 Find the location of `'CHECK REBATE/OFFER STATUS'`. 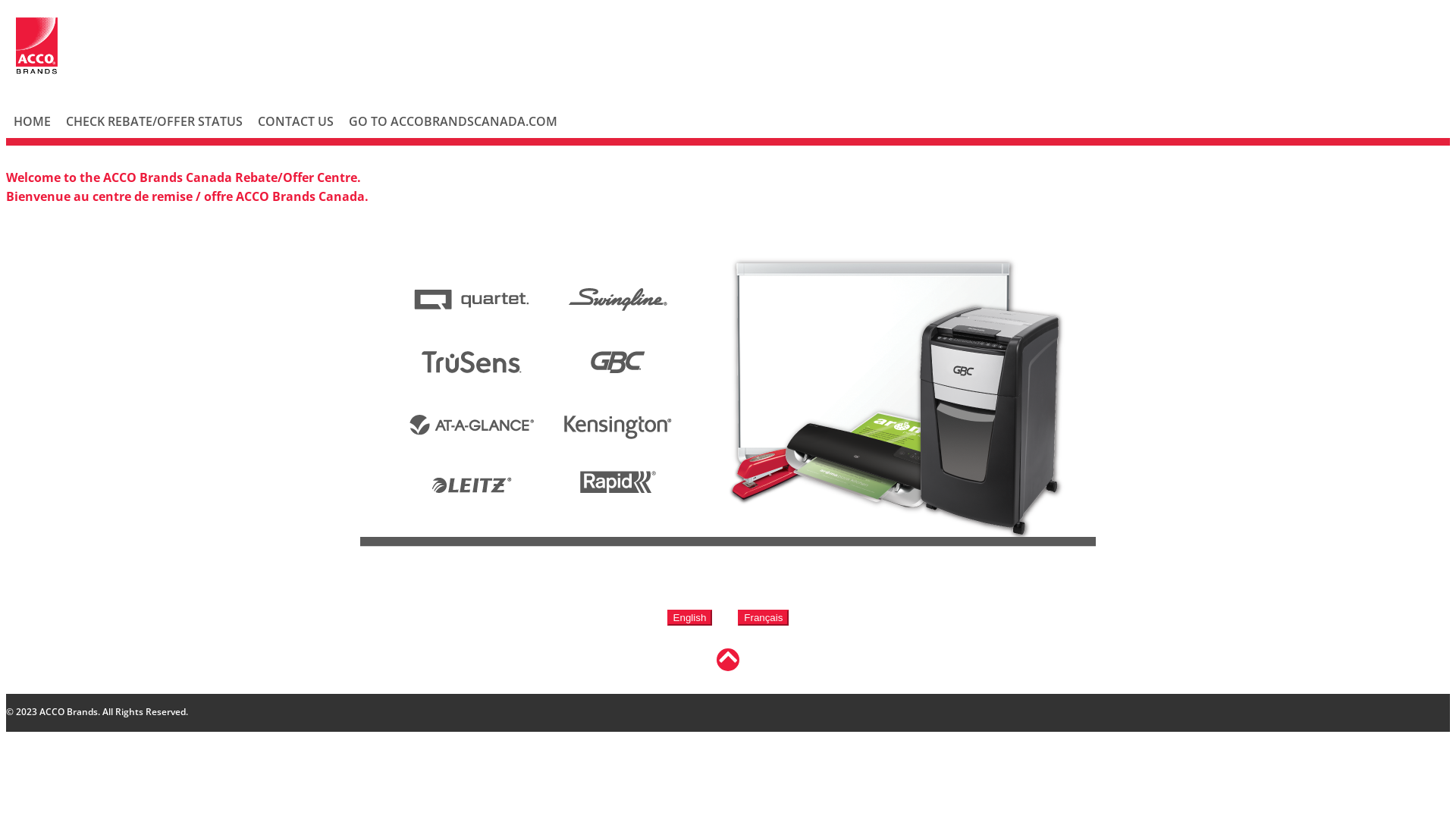

'CHECK REBATE/OFFER STATUS' is located at coordinates (58, 120).